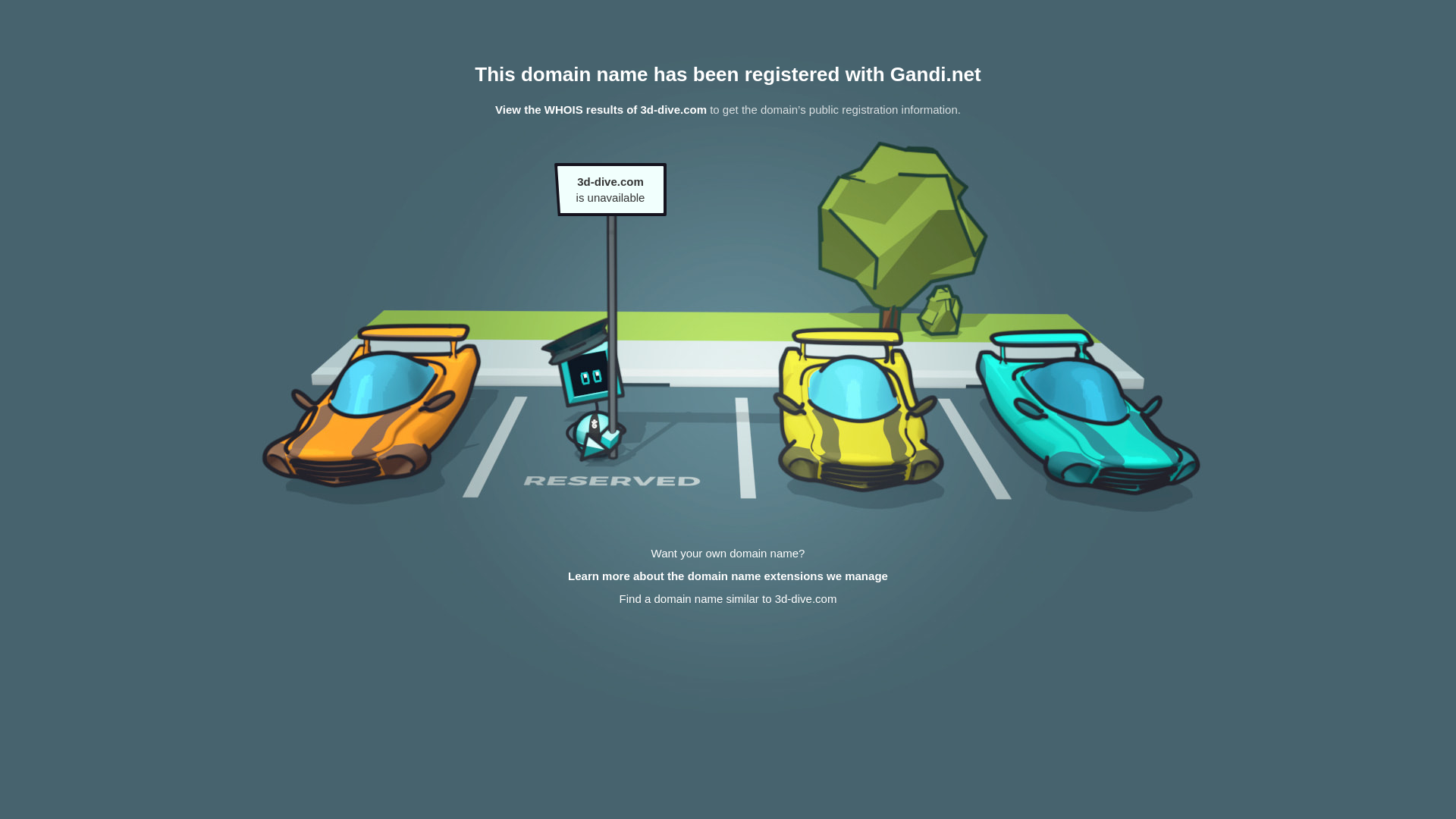 The height and width of the screenshot is (819, 1456). What do you see at coordinates (600, 108) in the screenshot?
I see `'View the WHOIS results of 3d-dive.com'` at bounding box center [600, 108].